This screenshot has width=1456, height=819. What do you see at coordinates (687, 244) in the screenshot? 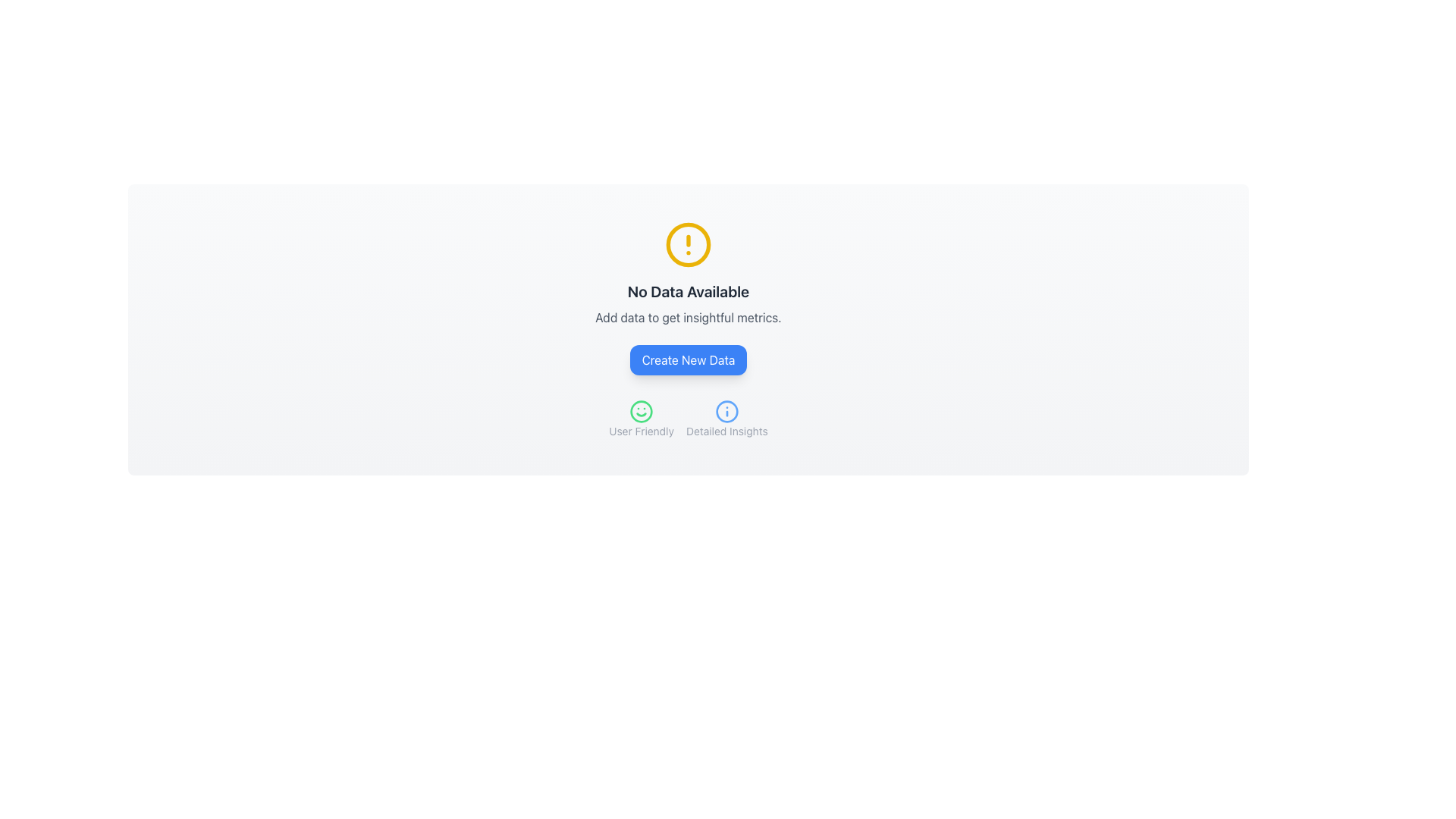
I see `the circular icon with a yellow stroke and a white background that contains an exclamation mark, located above the 'Create New Data' button` at bounding box center [687, 244].